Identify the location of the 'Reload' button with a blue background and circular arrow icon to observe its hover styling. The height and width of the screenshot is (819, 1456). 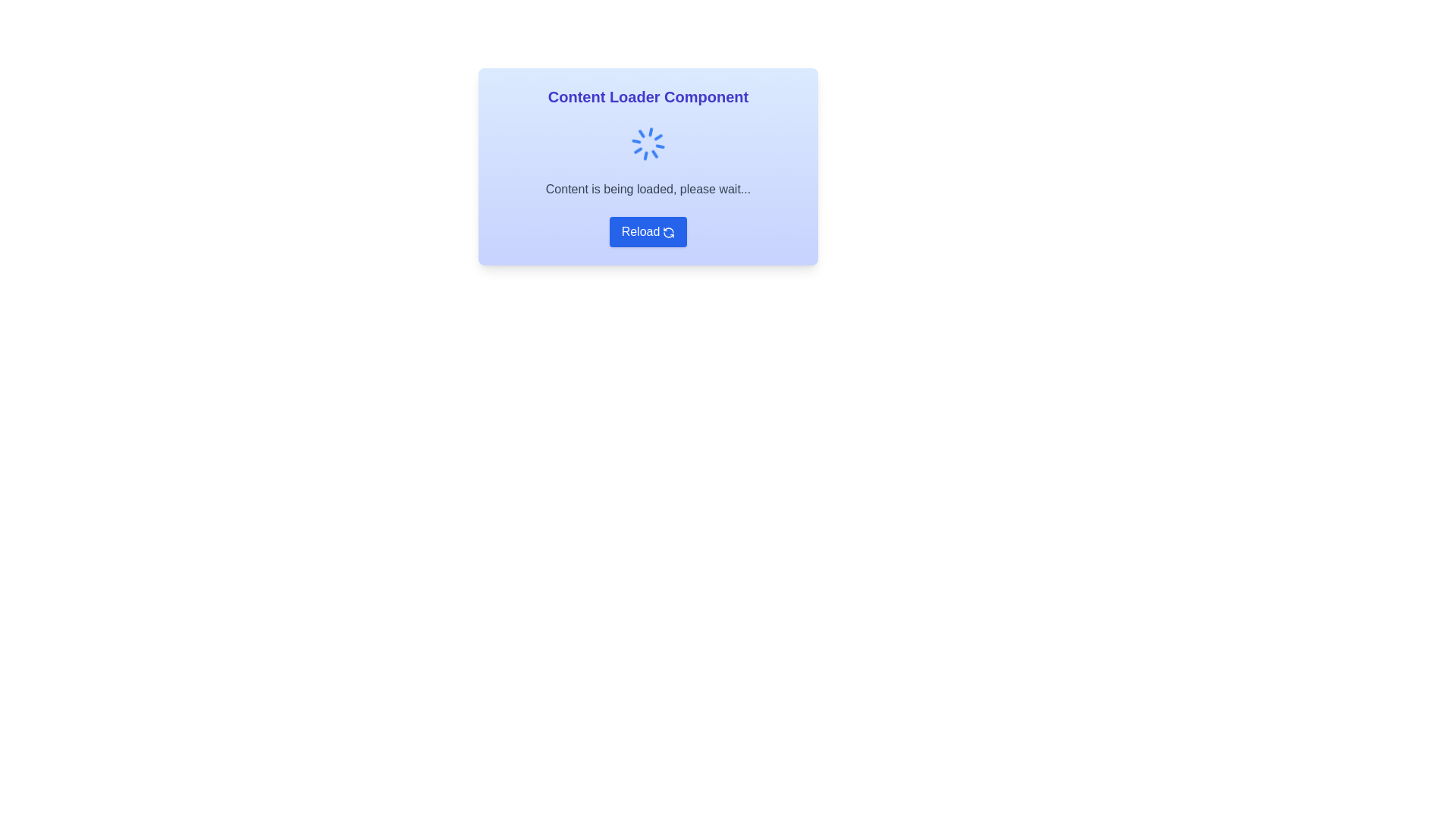
(648, 231).